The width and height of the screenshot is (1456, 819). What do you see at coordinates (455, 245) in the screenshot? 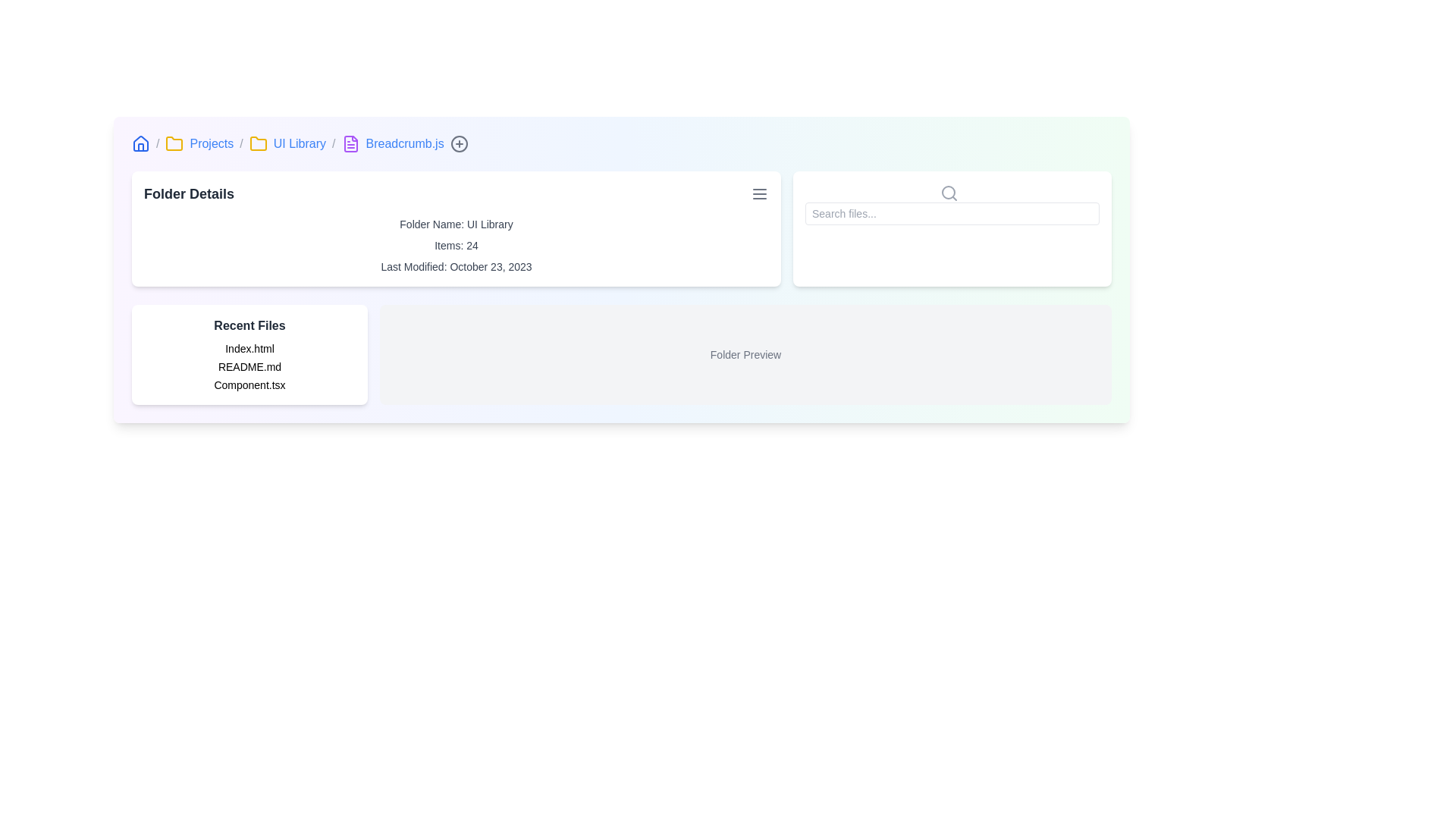
I see `text content of the label displaying 'Items: 24', which is positioned in the 'Folder Details' section, between 'Folder Name: UI Library' and 'Last Modified: October 23, 2023'` at bounding box center [455, 245].